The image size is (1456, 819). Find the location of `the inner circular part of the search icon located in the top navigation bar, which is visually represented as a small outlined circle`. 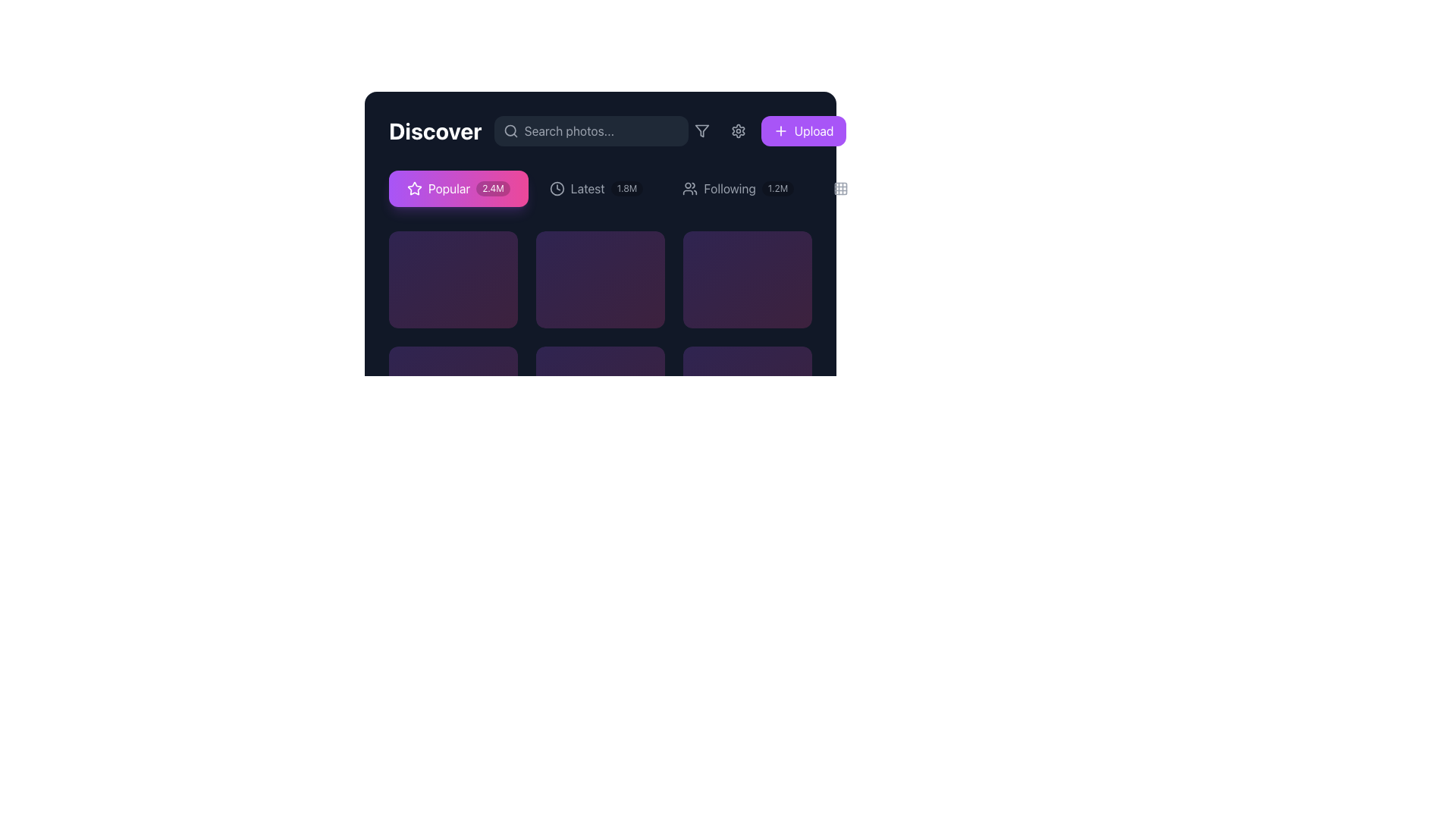

the inner circular part of the search icon located in the top navigation bar, which is visually represented as a small outlined circle is located at coordinates (510, 130).